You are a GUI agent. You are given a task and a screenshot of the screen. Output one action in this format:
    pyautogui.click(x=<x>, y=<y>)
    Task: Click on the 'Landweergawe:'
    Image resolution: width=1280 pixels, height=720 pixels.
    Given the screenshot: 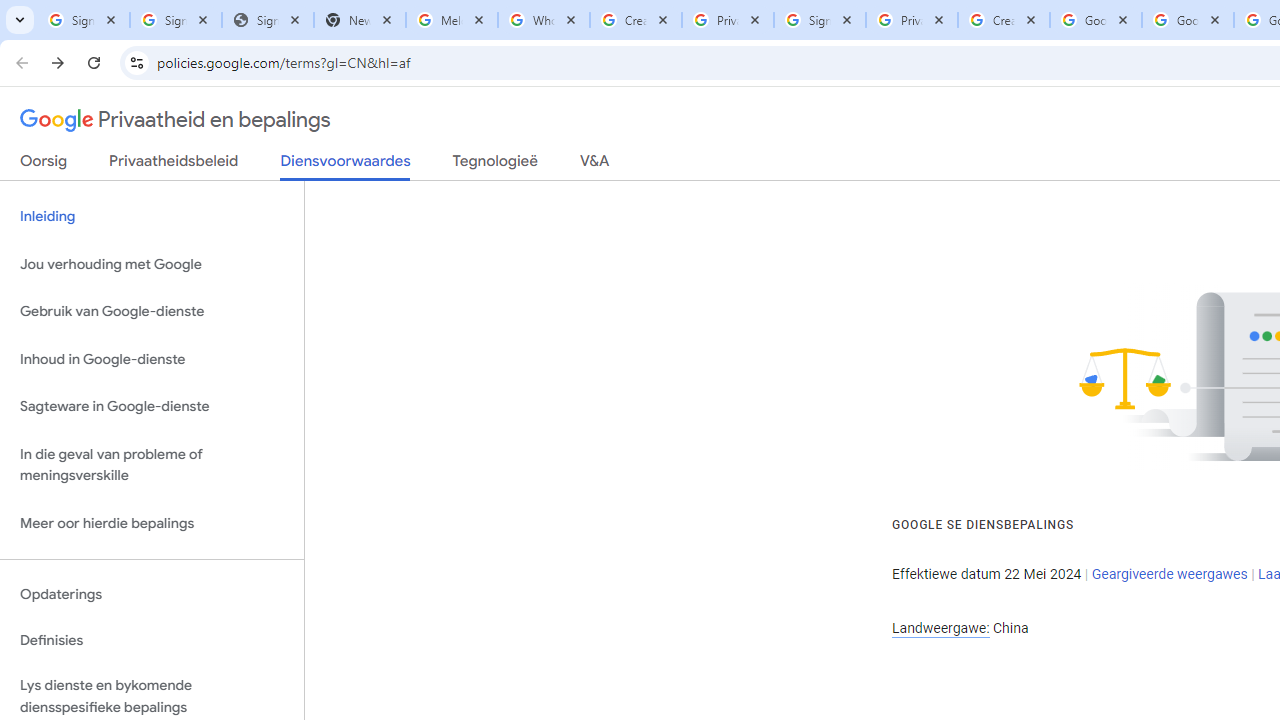 What is the action you would take?
    pyautogui.click(x=939, y=627)
    